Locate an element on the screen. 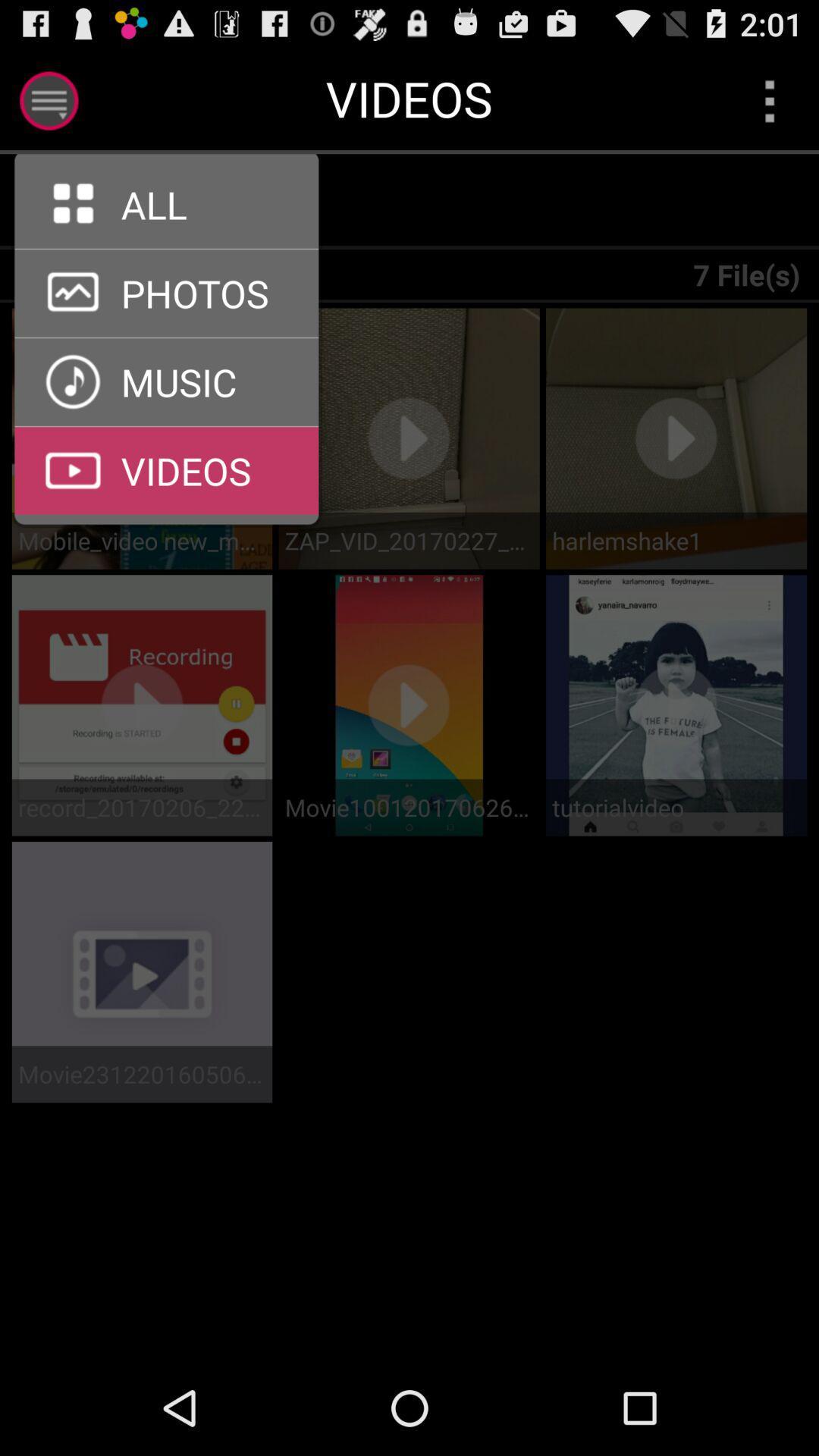 Image resolution: width=819 pixels, height=1456 pixels. the icon above all devices is located at coordinates (64, 201).